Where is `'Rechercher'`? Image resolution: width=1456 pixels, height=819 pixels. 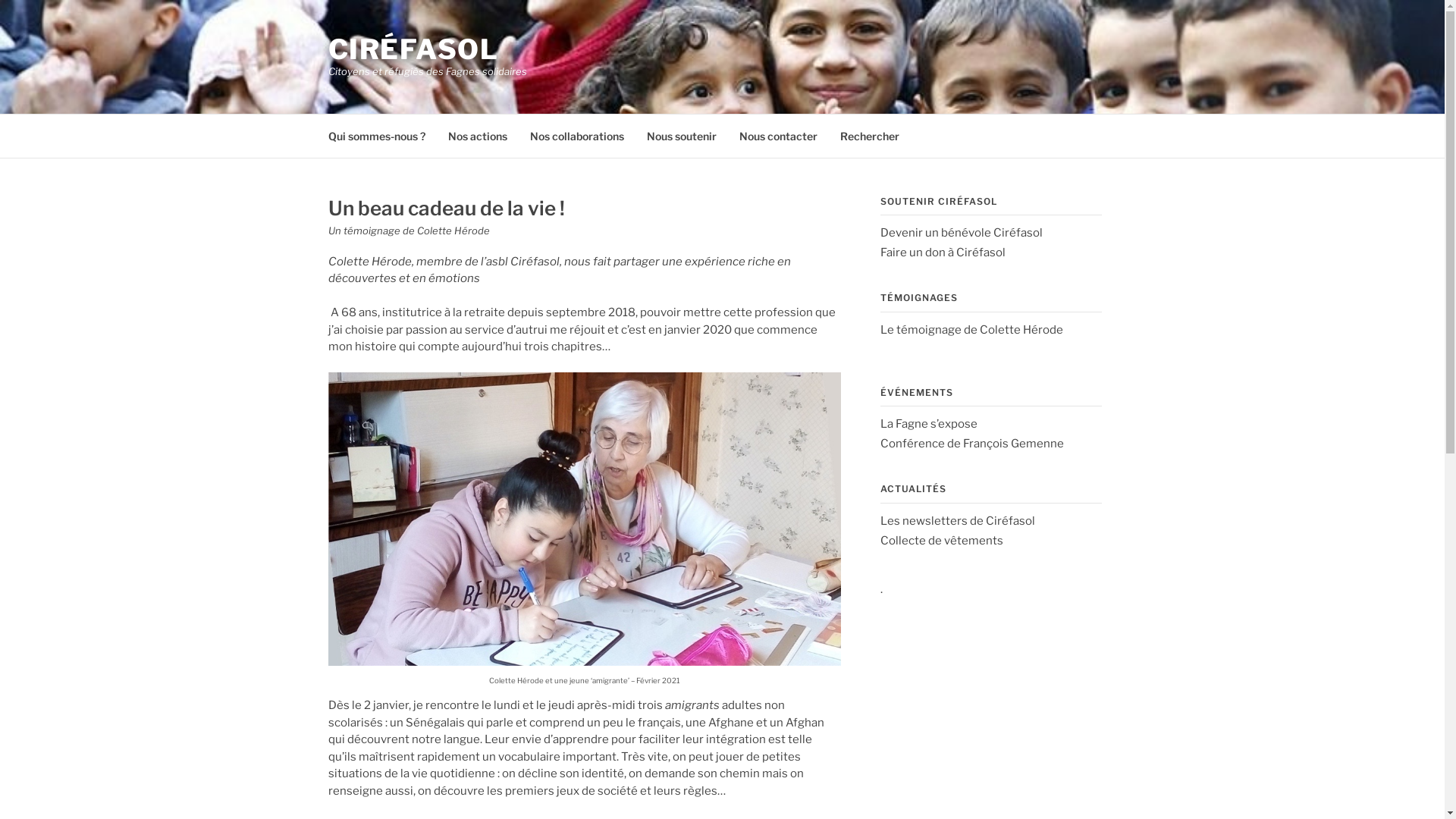 'Rechercher' is located at coordinates (870, 134).